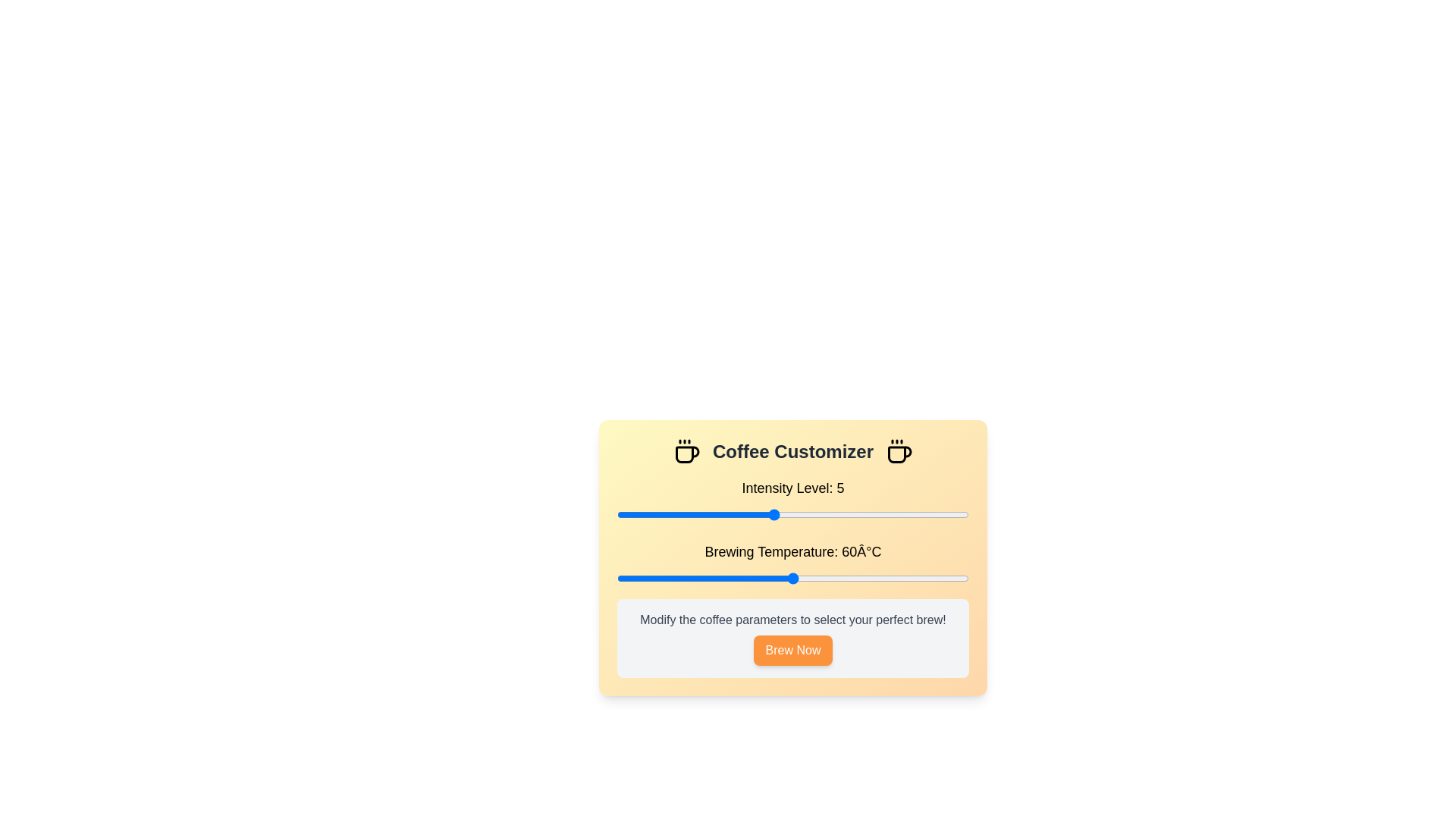 The height and width of the screenshot is (819, 1456). What do you see at coordinates (617, 513) in the screenshot?
I see `the coffee intensity level to 1 by interacting with the slider` at bounding box center [617, 513].